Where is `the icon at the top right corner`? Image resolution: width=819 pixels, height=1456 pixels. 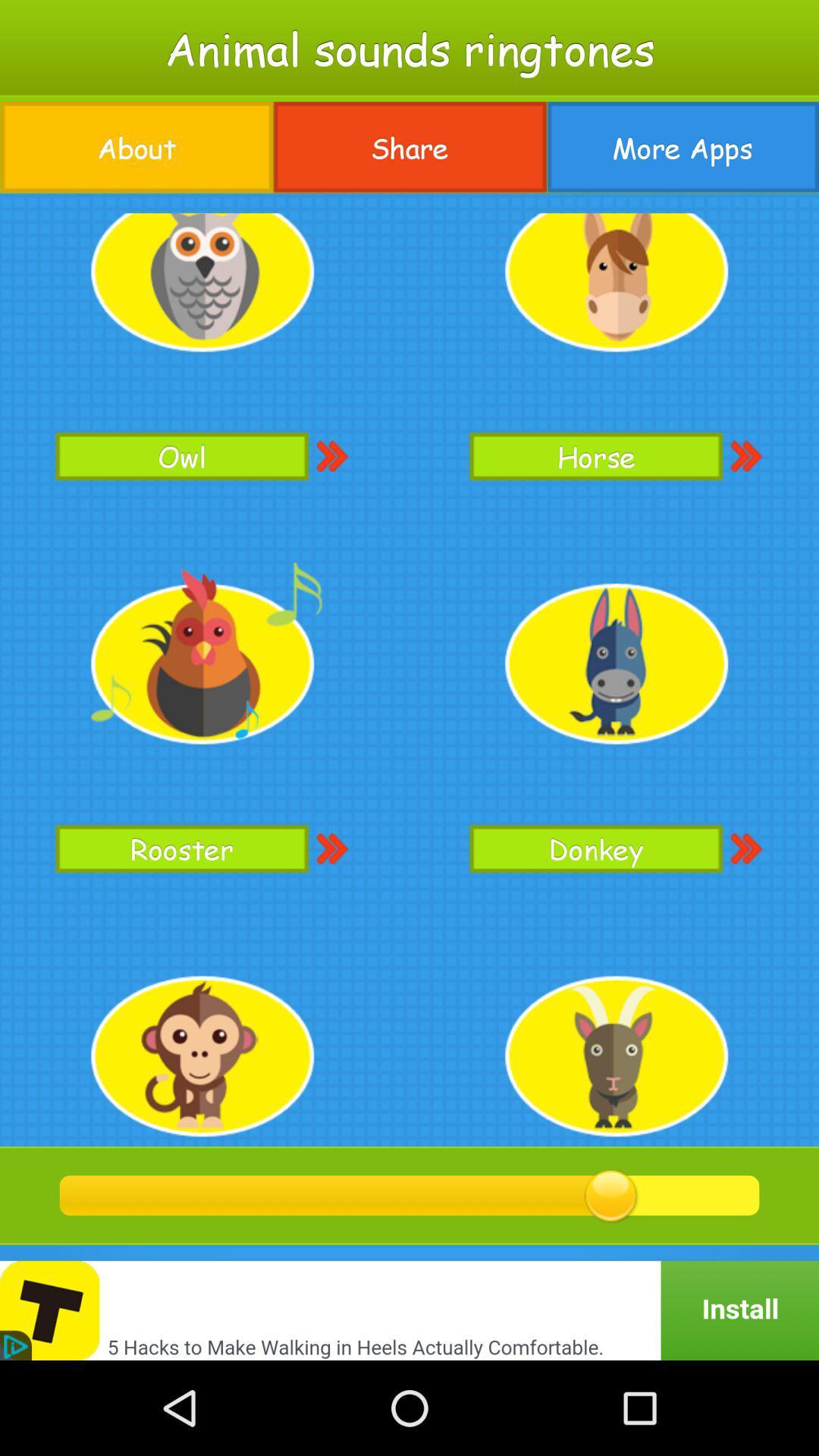 the icon at the top right corner is located at coordinates (682, 147).